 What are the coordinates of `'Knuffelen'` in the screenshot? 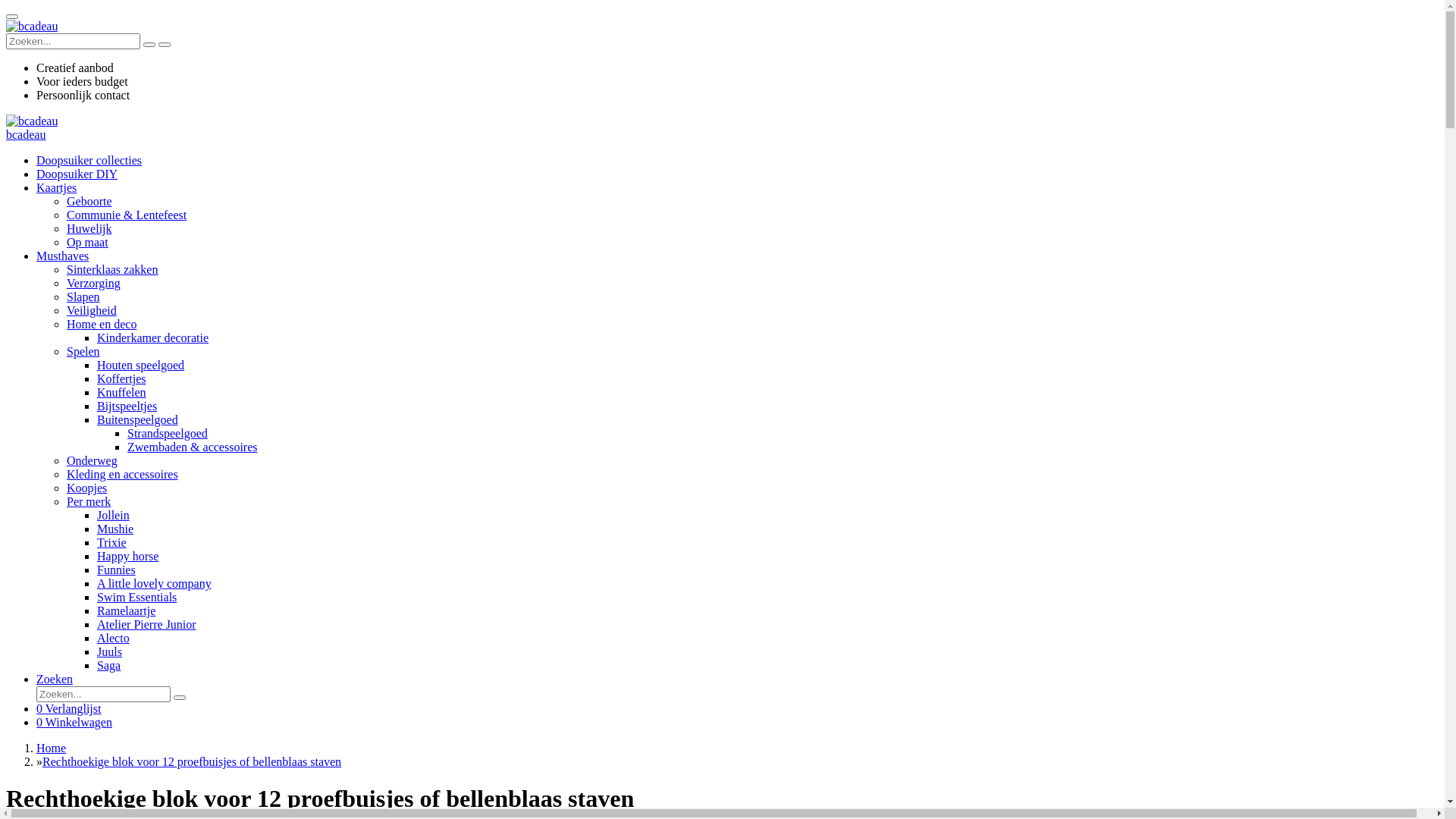 It's located at (96, 391).